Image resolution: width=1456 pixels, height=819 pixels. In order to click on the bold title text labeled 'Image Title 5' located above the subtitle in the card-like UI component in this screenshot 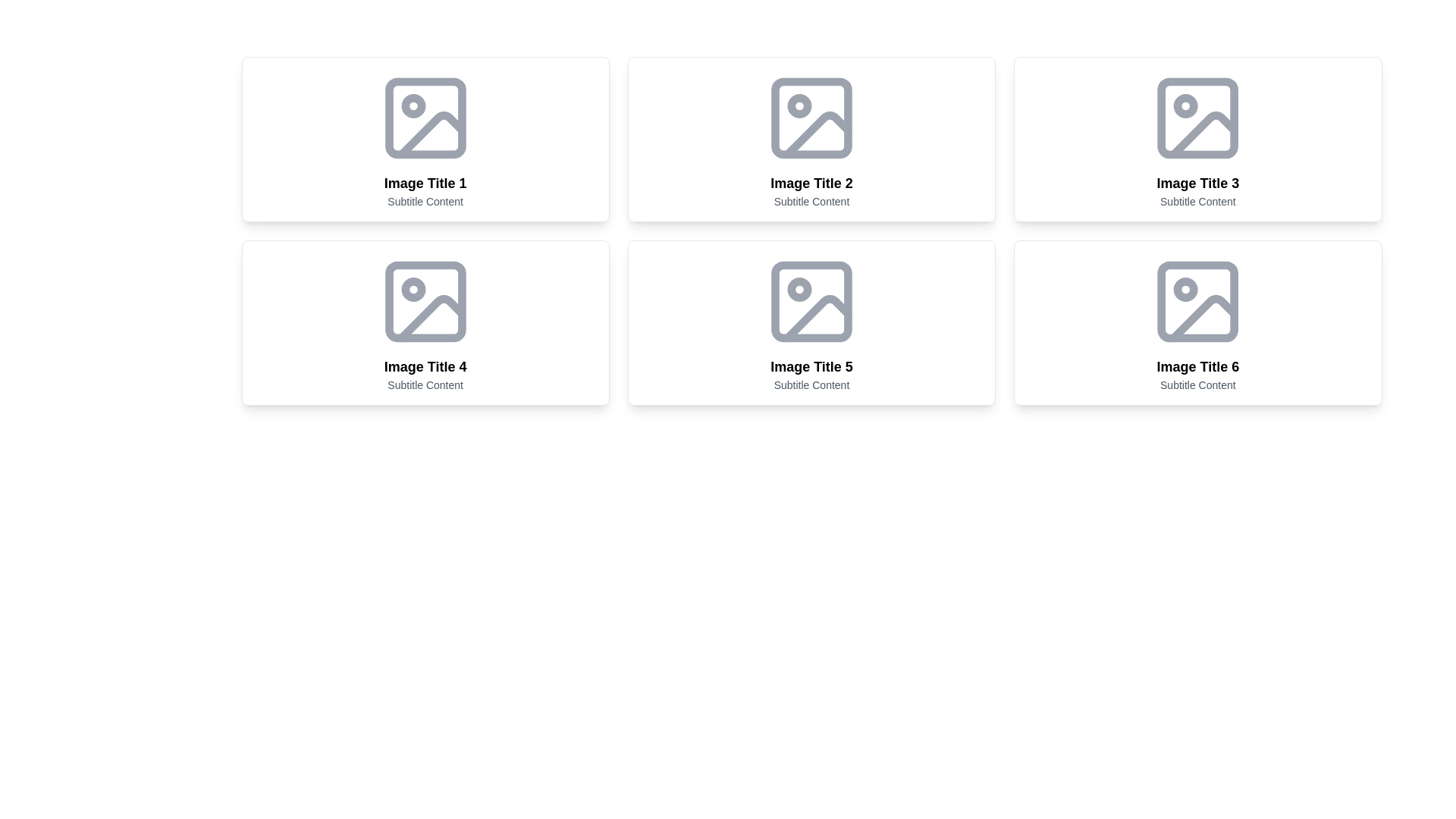, I will do `click(811, 366)`.